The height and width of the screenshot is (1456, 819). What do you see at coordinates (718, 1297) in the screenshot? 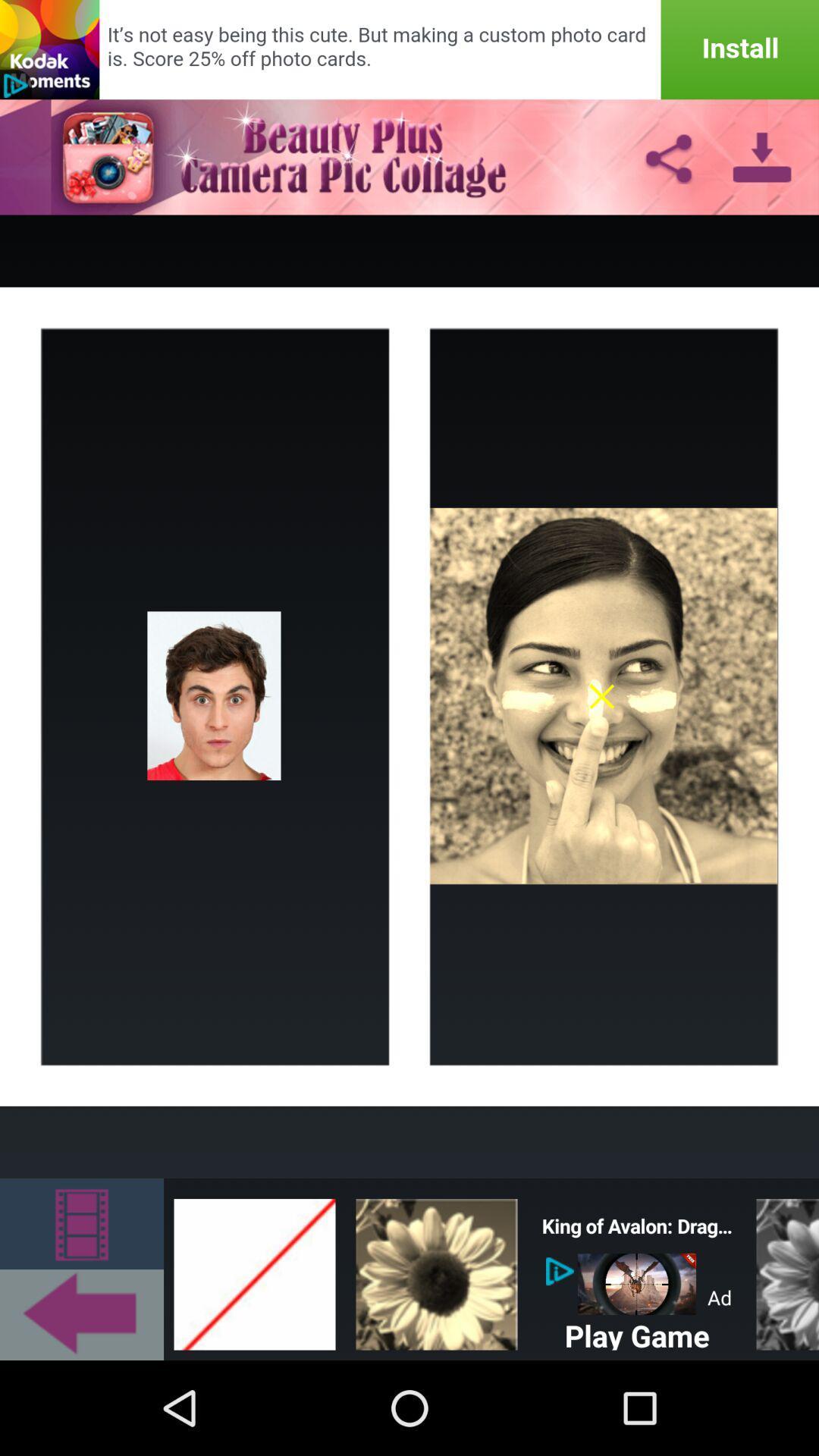
I see `the word which is slight top right side of the play game` at bounding box center [718, 1297].